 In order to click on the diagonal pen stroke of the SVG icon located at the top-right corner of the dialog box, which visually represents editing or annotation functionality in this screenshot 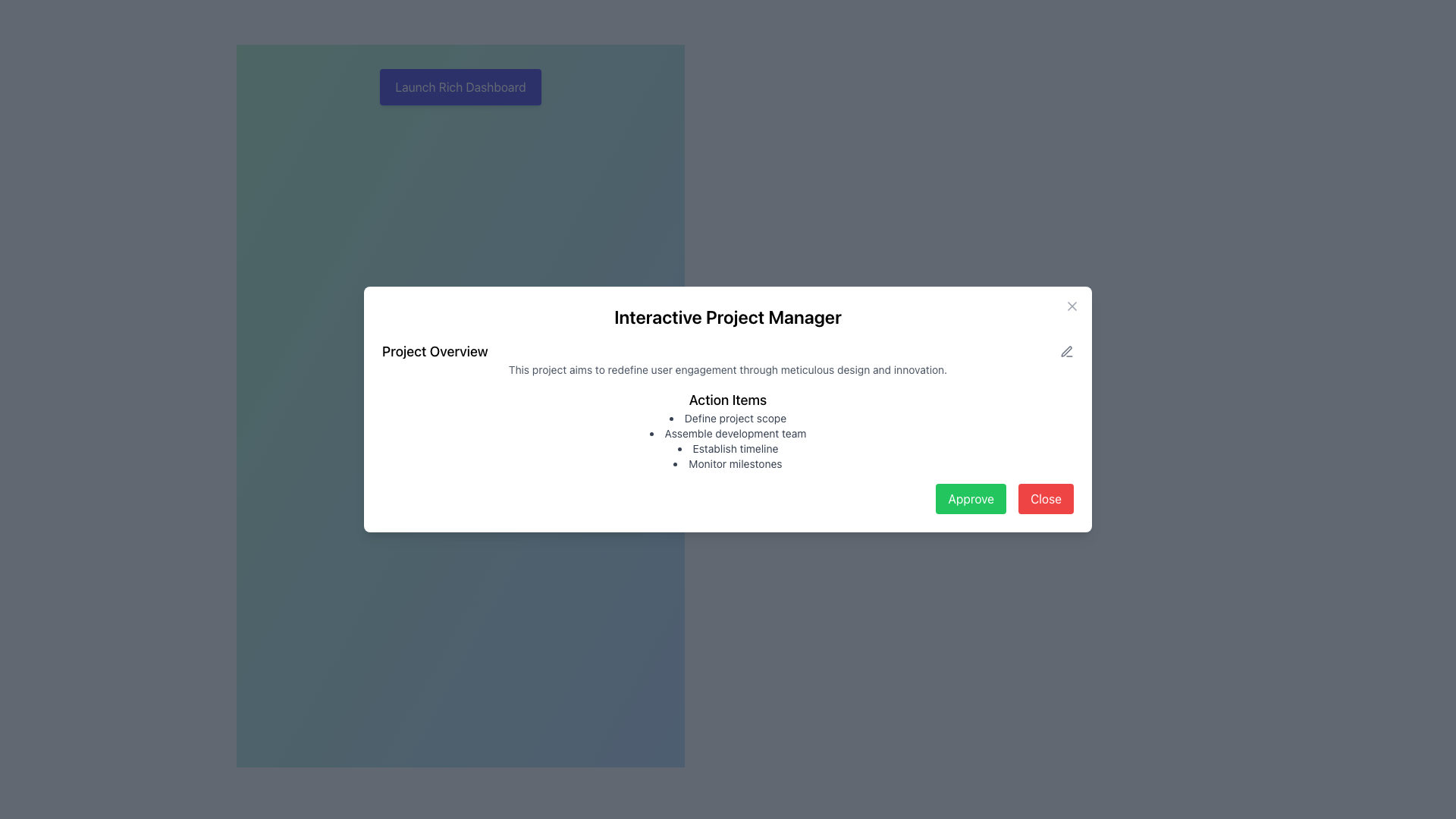, I will do `click(1065, 351)`.